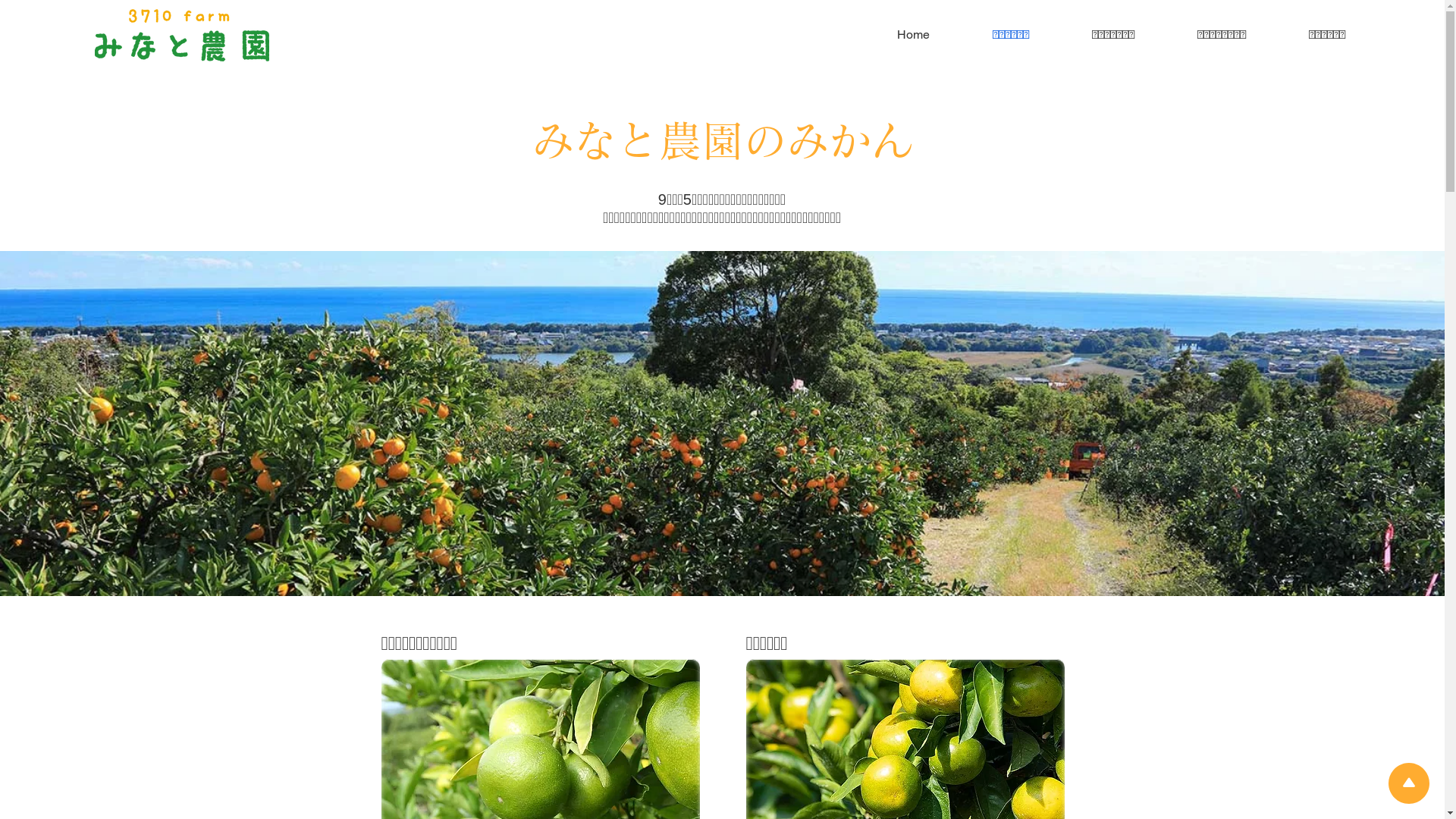  I want to click on 'Home', so click(893, 34).